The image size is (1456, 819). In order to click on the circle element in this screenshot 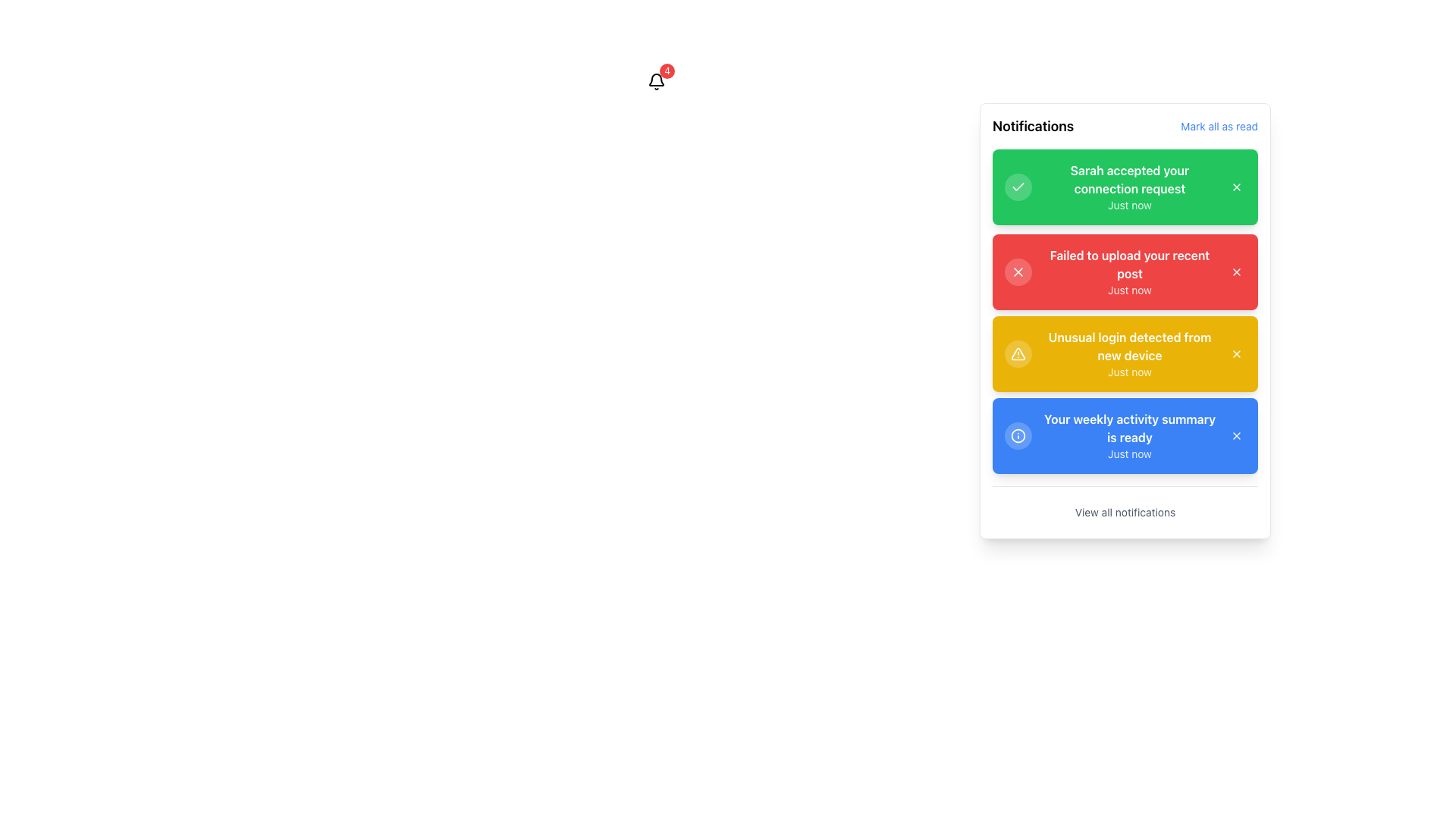, I will do `click(1018, 435)`.